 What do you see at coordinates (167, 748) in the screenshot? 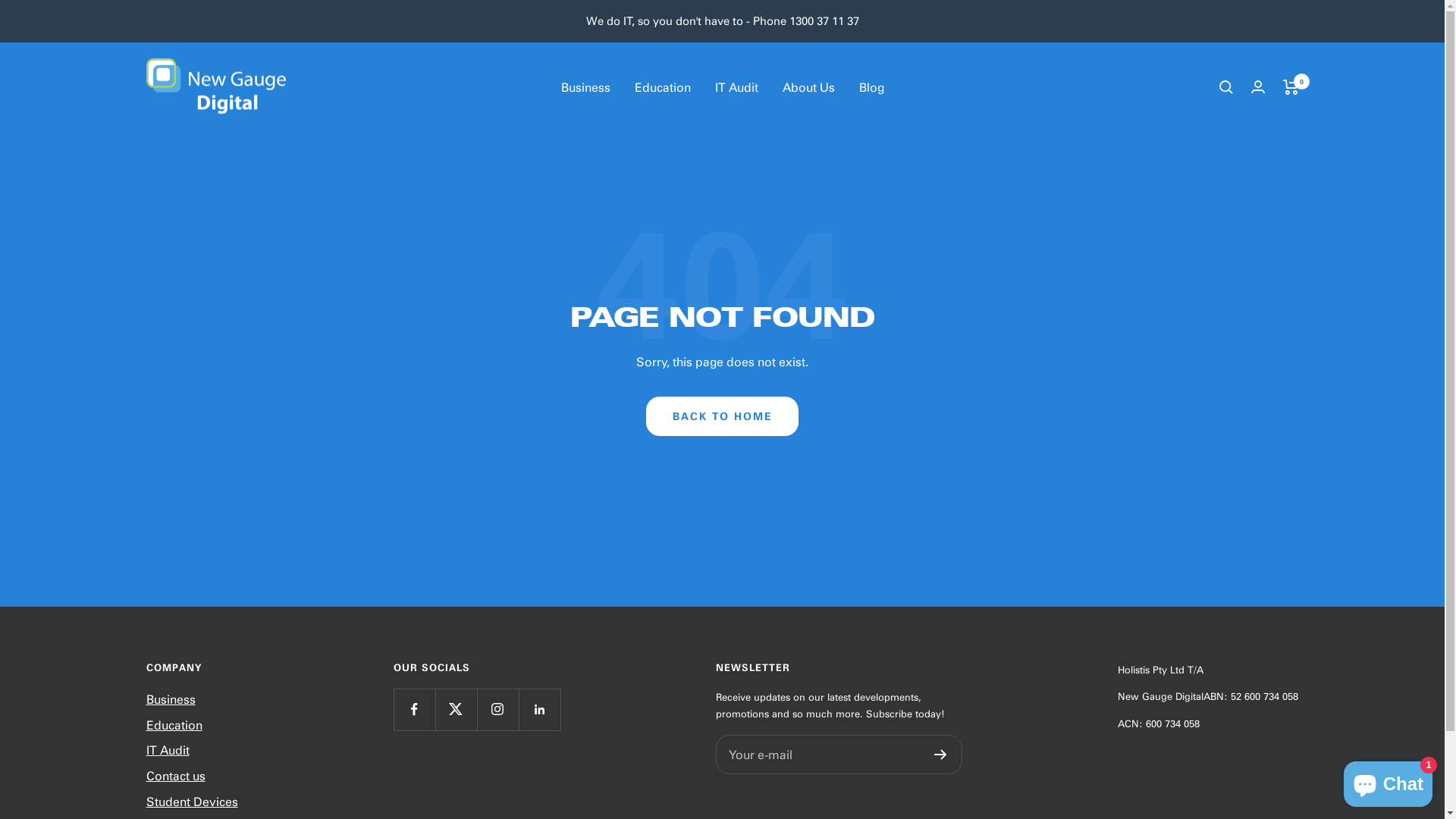
I see `'IT Audit'` at bounding box center [167, 748].